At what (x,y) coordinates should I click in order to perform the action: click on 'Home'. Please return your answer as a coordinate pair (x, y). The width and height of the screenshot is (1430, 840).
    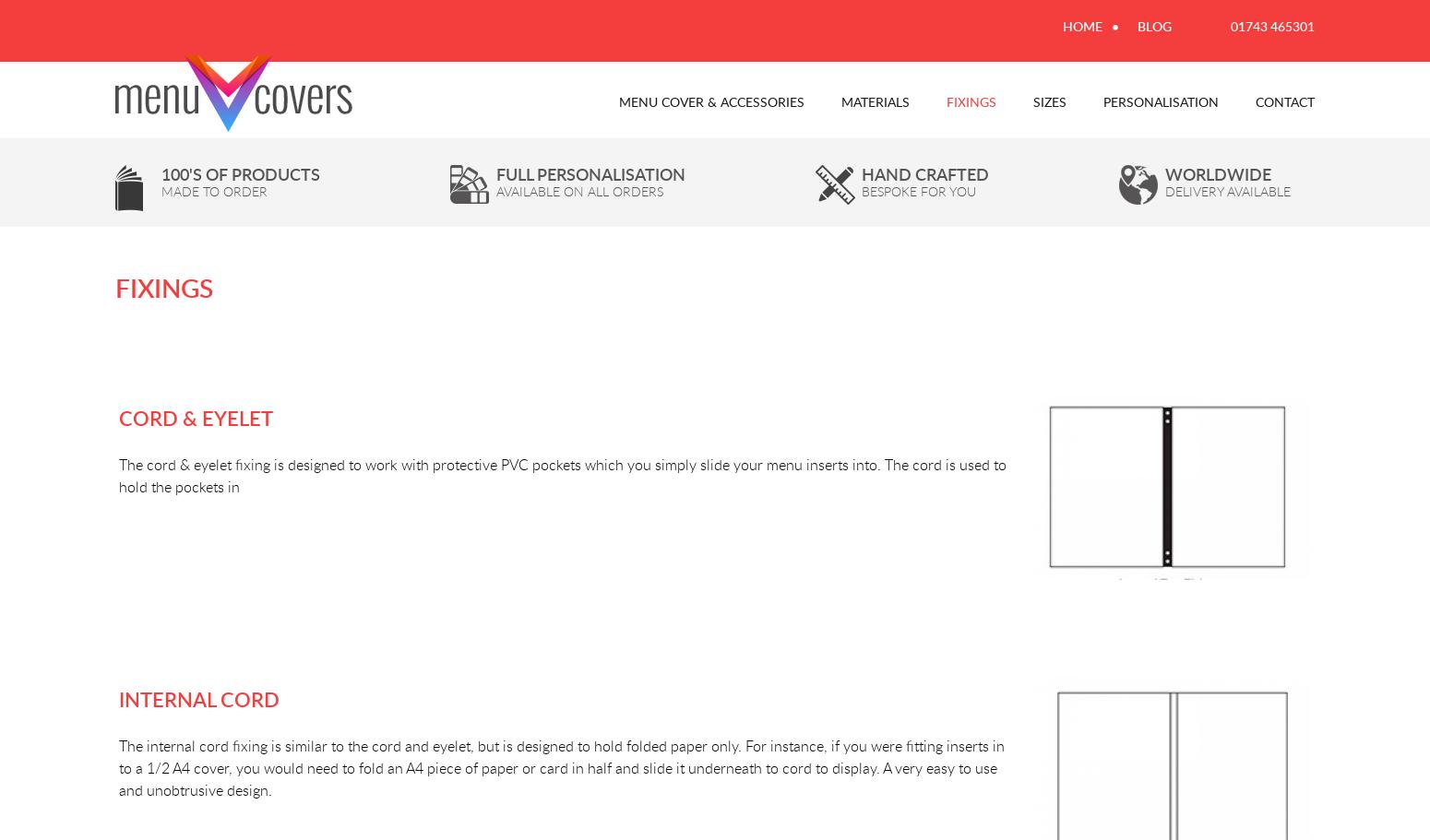
    Looking at the image, I should click on (1082, 26).